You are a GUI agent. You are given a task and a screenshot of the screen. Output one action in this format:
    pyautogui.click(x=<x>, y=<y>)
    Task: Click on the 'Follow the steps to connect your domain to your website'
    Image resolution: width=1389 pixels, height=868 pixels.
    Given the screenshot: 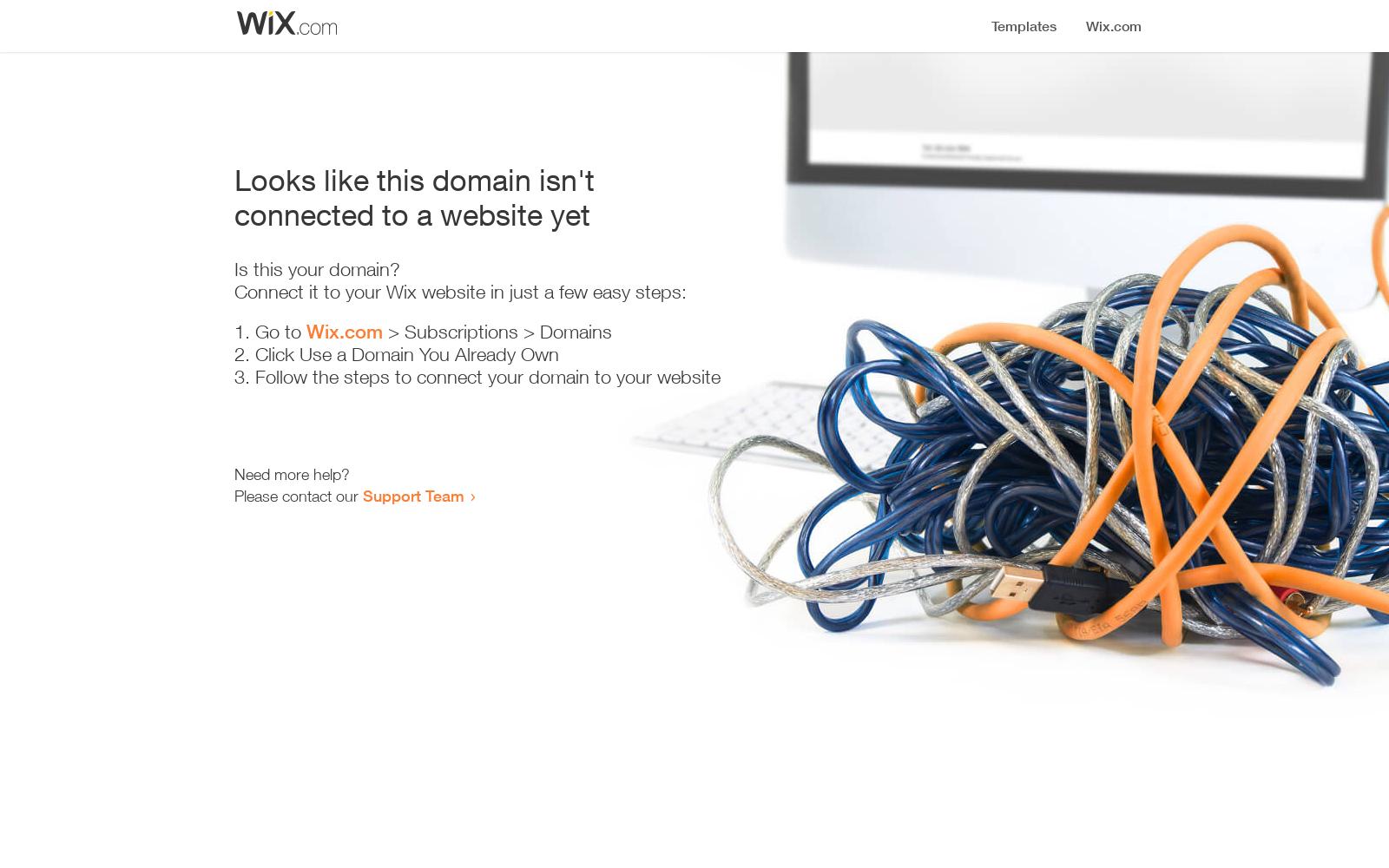 What is the action you would take?
    pyautogui.click(x=487, y=377)
    